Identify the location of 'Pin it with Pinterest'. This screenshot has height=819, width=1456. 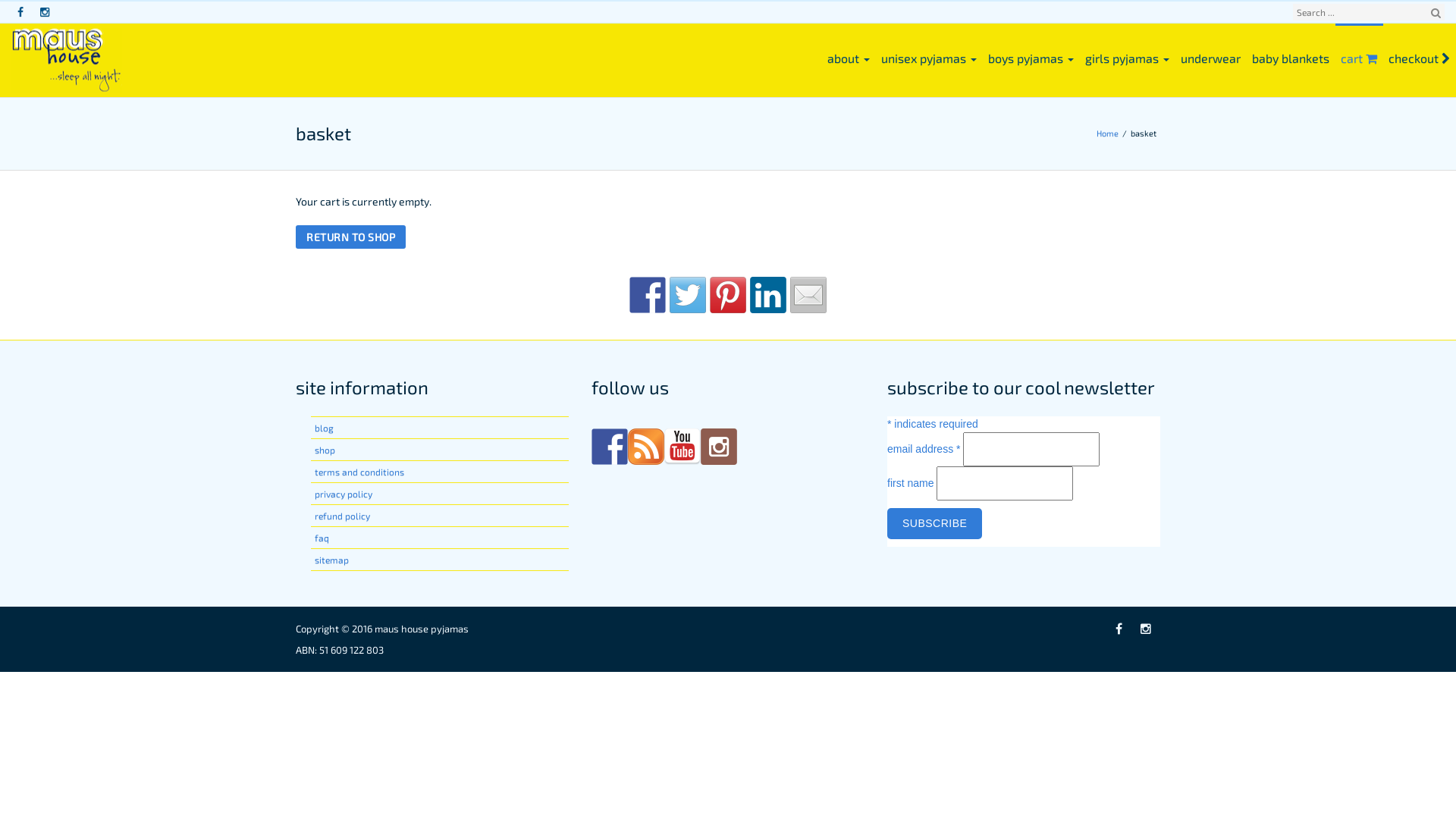
(728, 295).